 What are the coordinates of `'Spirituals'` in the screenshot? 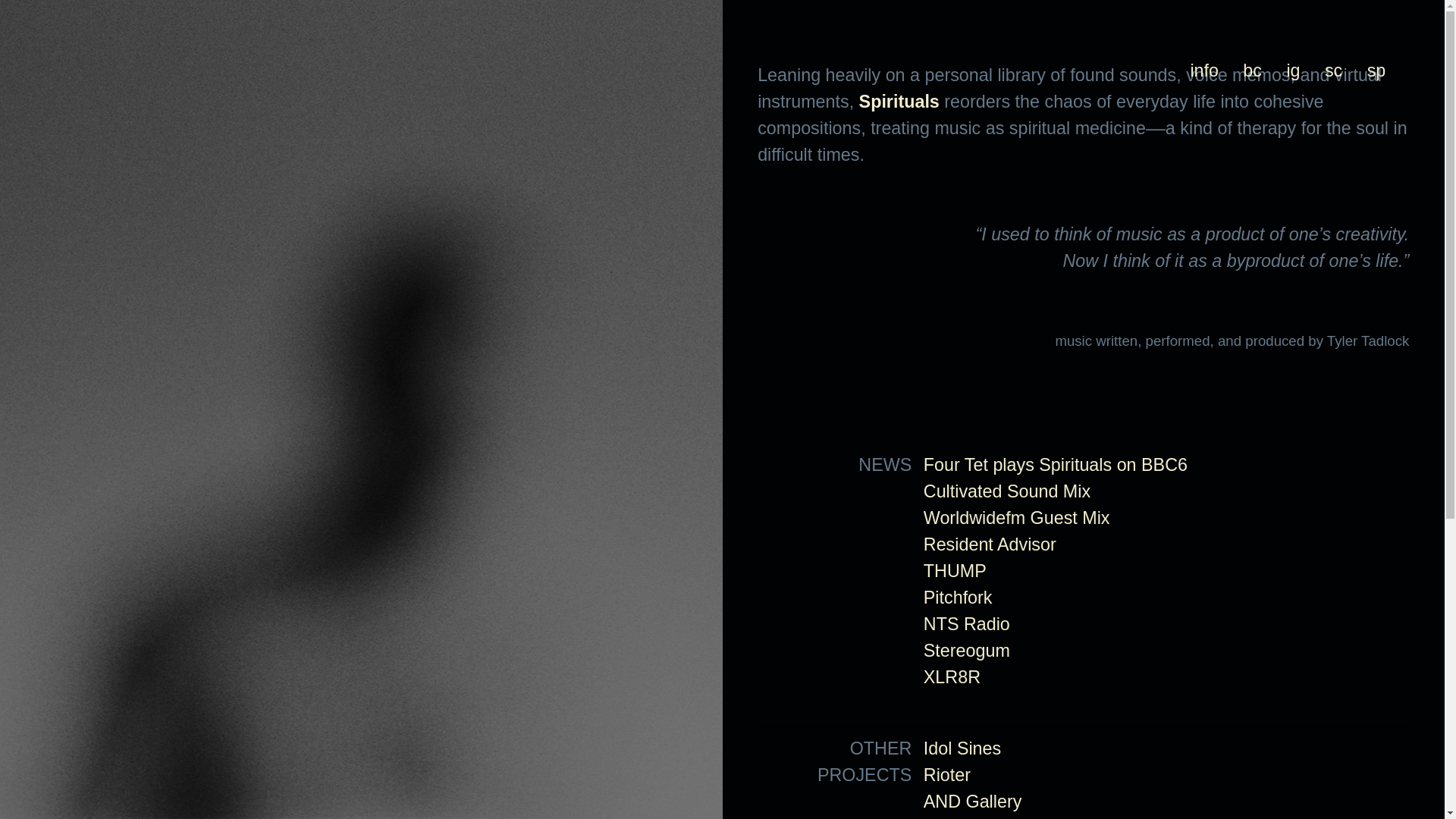 It's located at (899, 102).